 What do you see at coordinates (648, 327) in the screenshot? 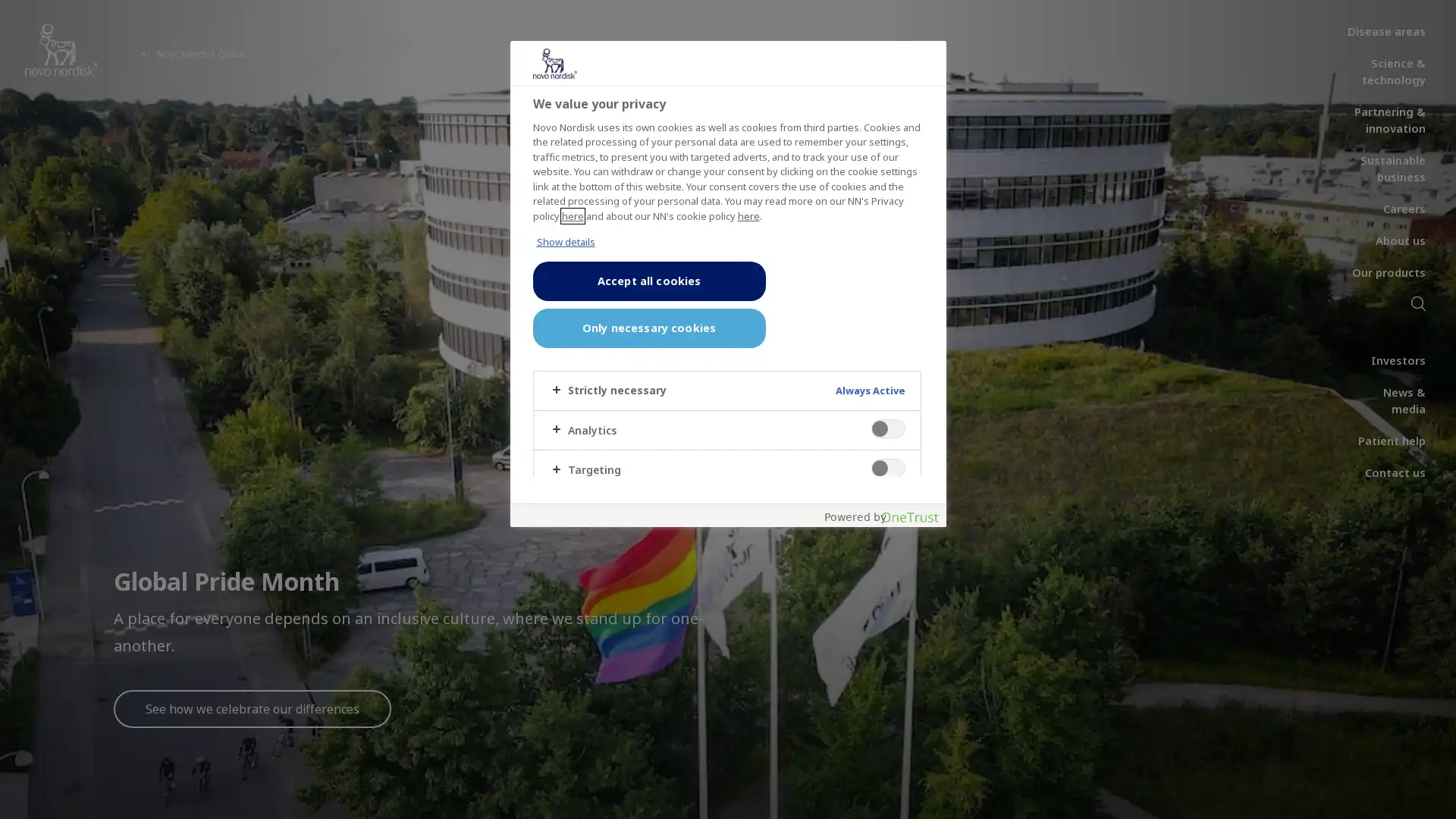
I see `Only necessary cookies` at bounding box center [648, 327].